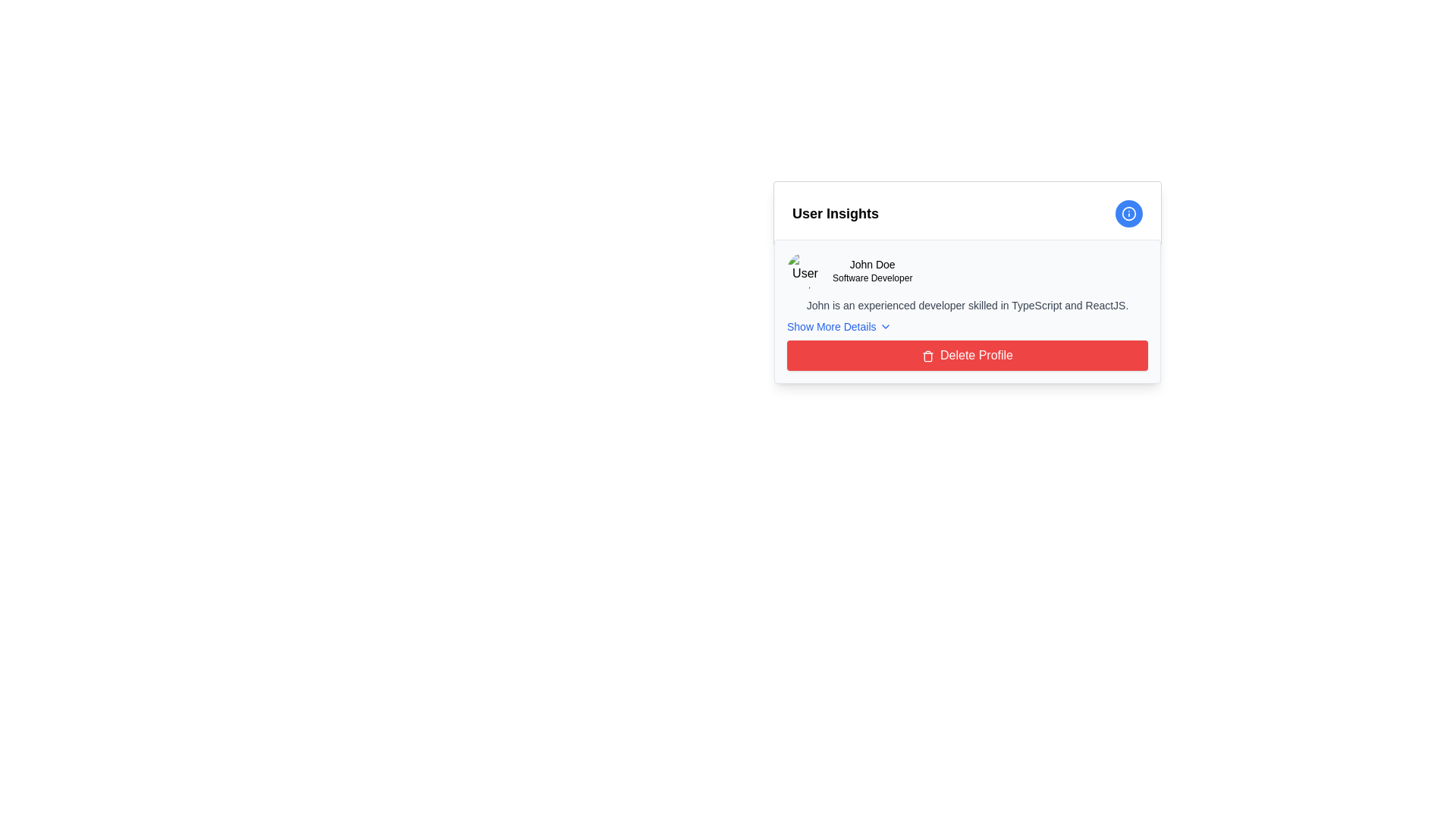  I want to click on the Composite text element displaying the user's name 'John Doe' and subtitle 'Software Developer', so click(872, 270).